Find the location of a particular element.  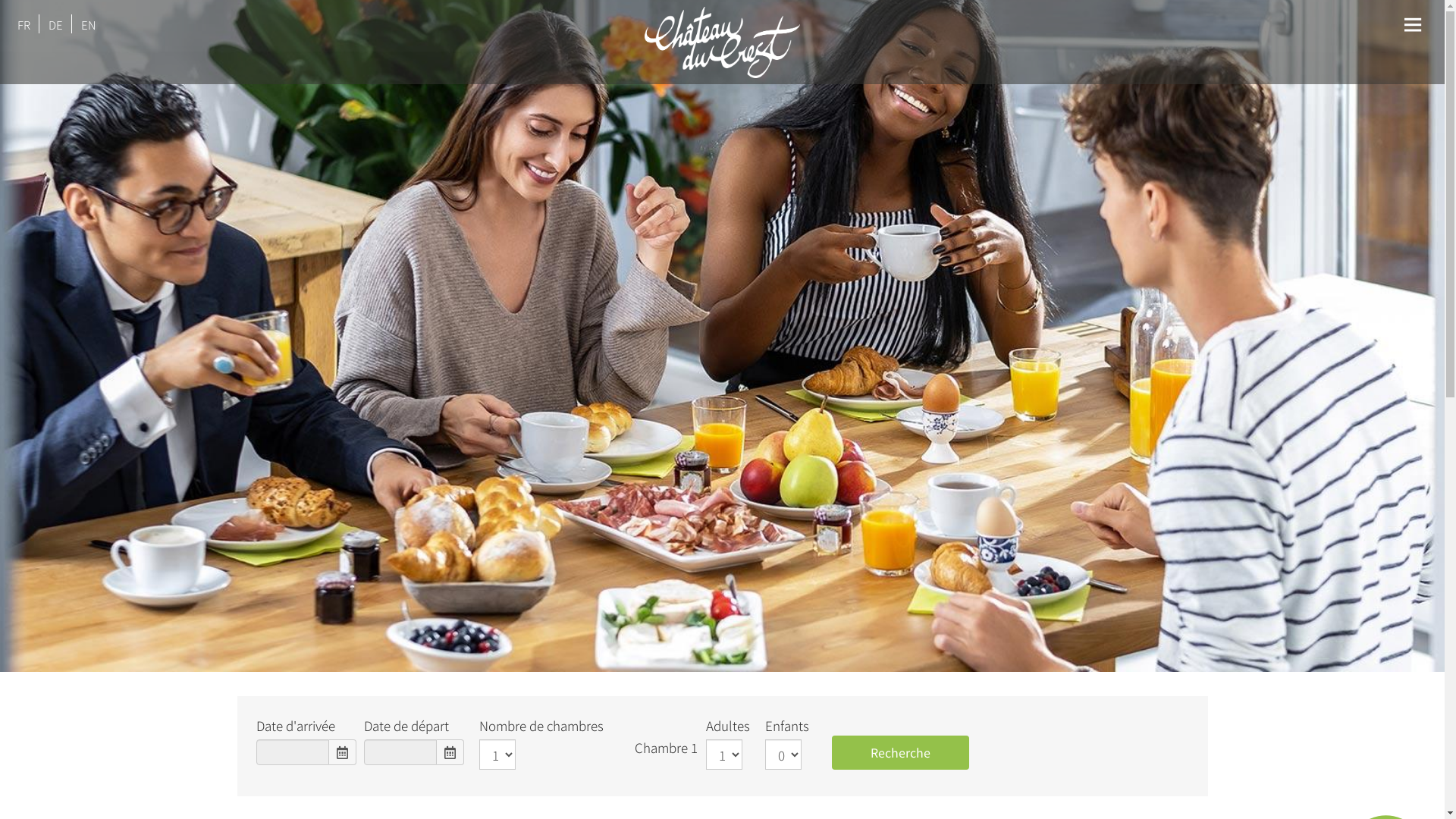

'Recherche' is located at coordinates (899, 752).